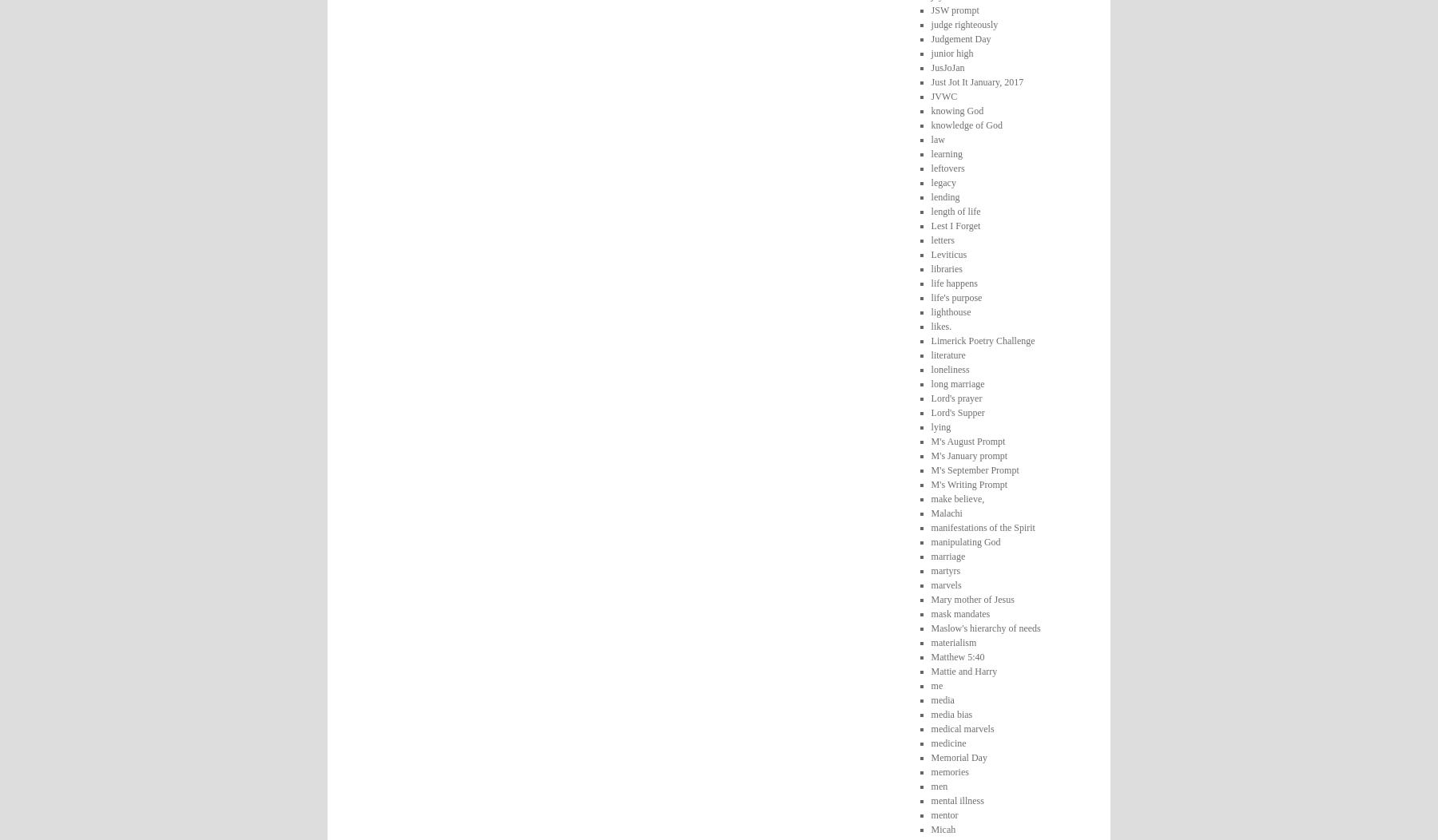 The image size is (1438, 840). I want to click on 'Leviticus', so click(929, 253).